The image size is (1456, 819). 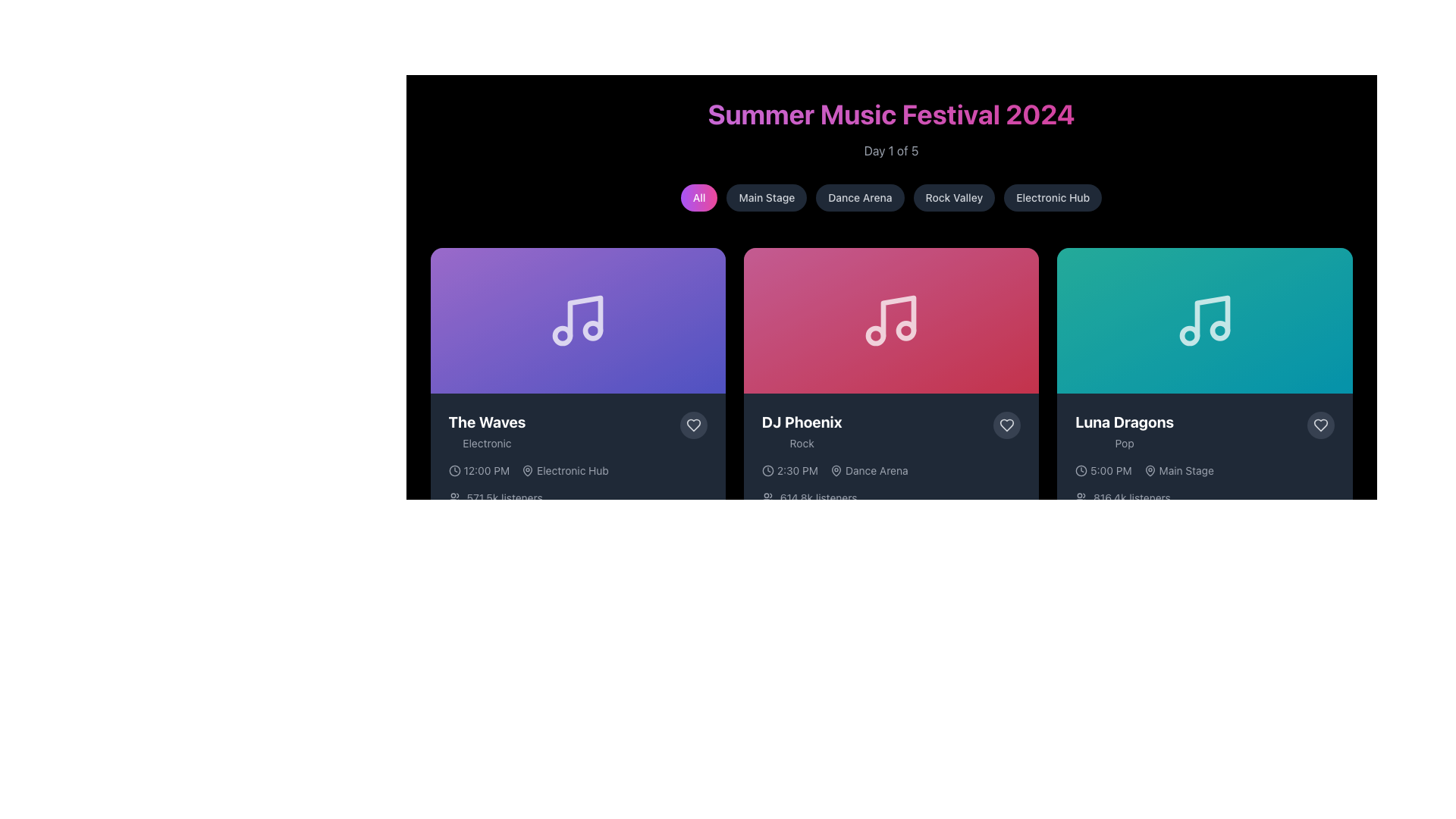 I want to click on the decorative icon component, which is a circle within a clock-like icon located in the lower right corner of the 'DJ Phoenix' event card, so click(x=1081, y=470).